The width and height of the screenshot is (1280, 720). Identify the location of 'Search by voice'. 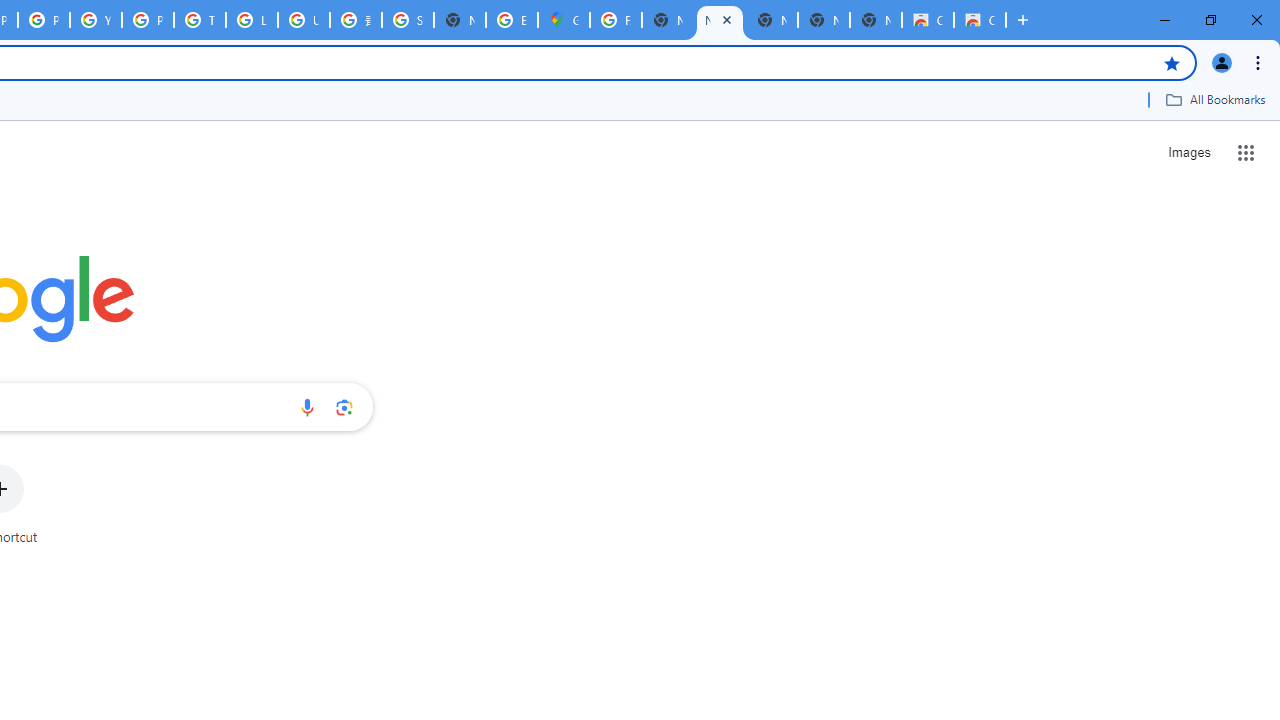
(306, 406).